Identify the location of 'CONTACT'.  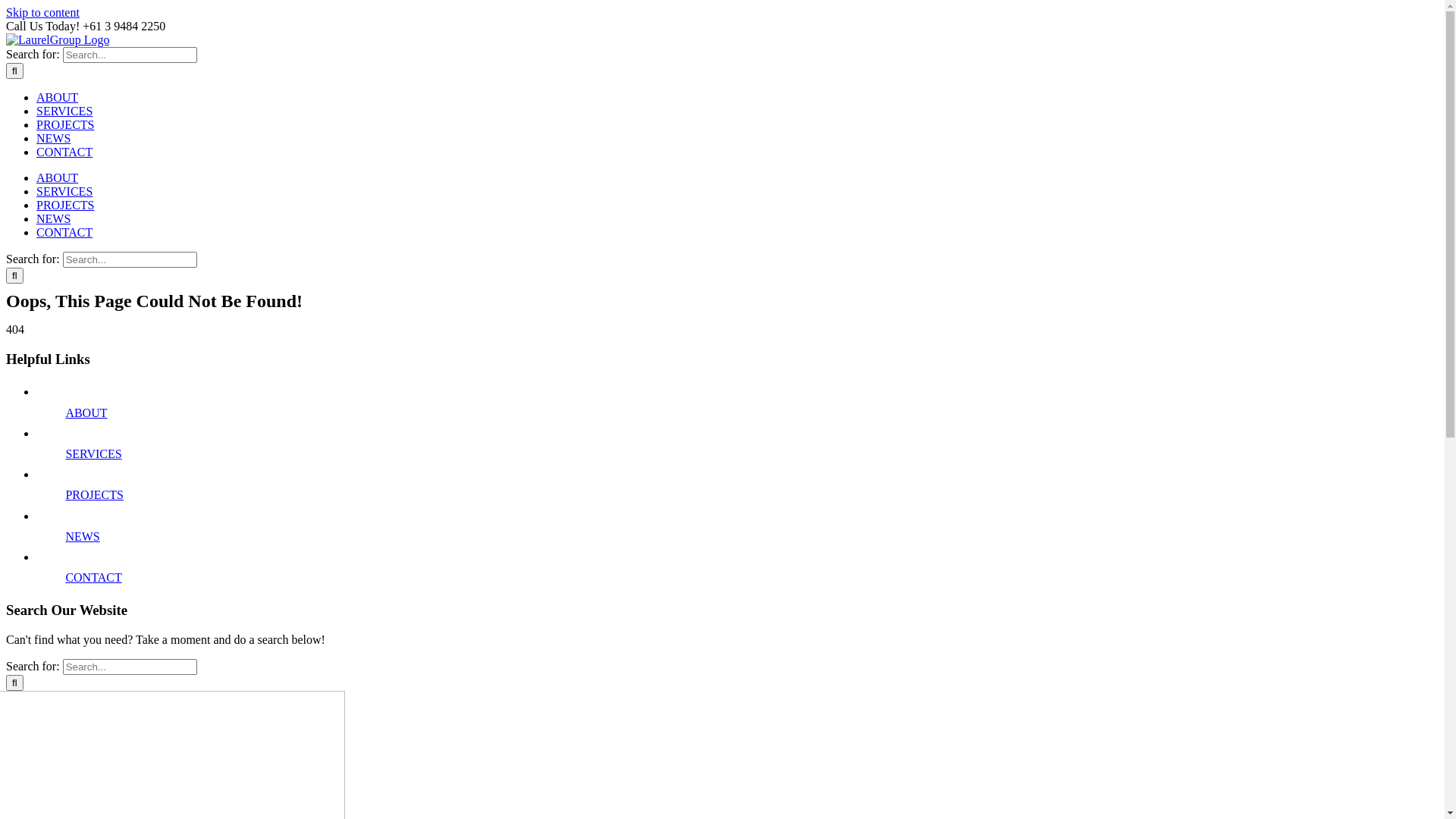
(64, 152).